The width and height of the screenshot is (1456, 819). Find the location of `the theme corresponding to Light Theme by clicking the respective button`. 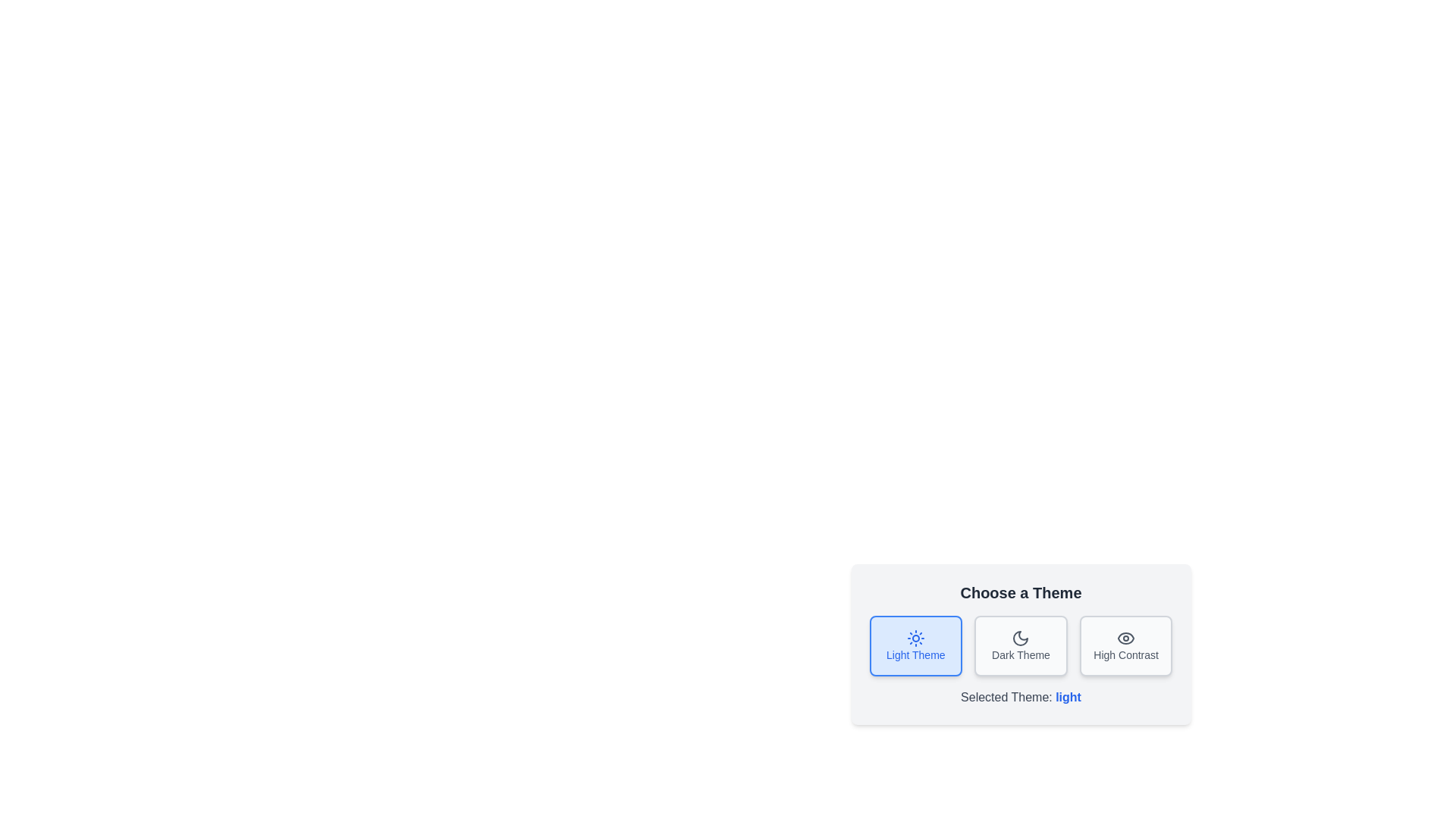

the theme corresponding to Light Theme by clicking the respective button is located at coordinates (915, 646).